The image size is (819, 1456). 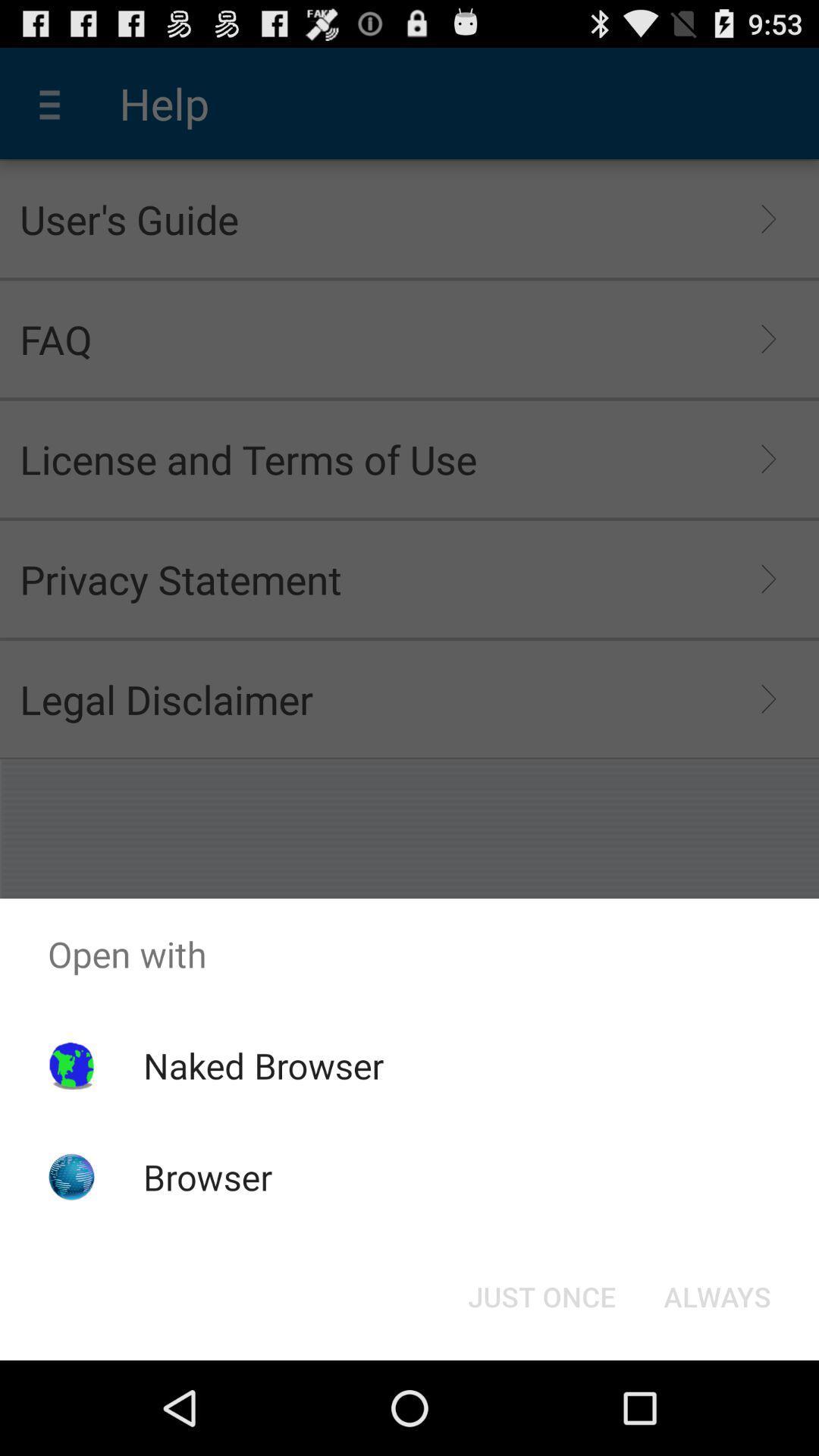 I want to click on the icon above browser app, so click(x=262, y=1065).